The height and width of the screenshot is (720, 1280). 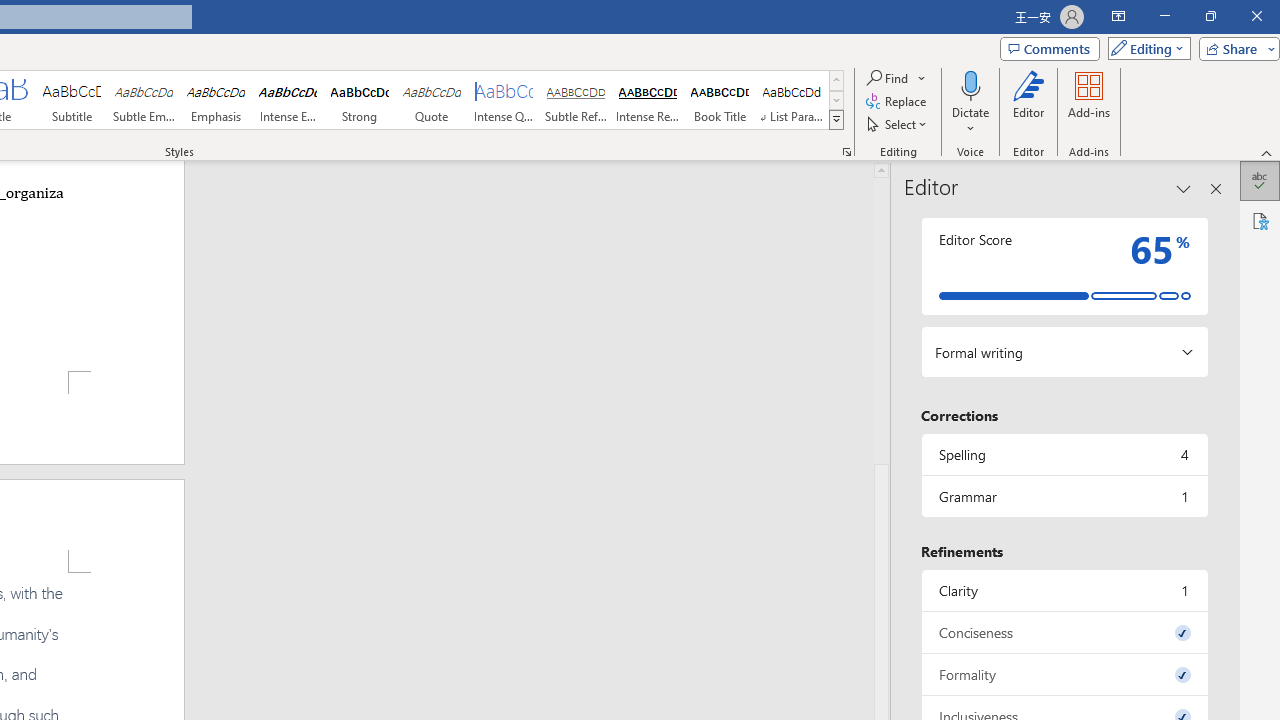 What do you see at coordinates (1063, 454) in the screenshot?
I see `'Spelling, 4 issues. Press space or enter to review items.'` at bounding box center [1063, 454].